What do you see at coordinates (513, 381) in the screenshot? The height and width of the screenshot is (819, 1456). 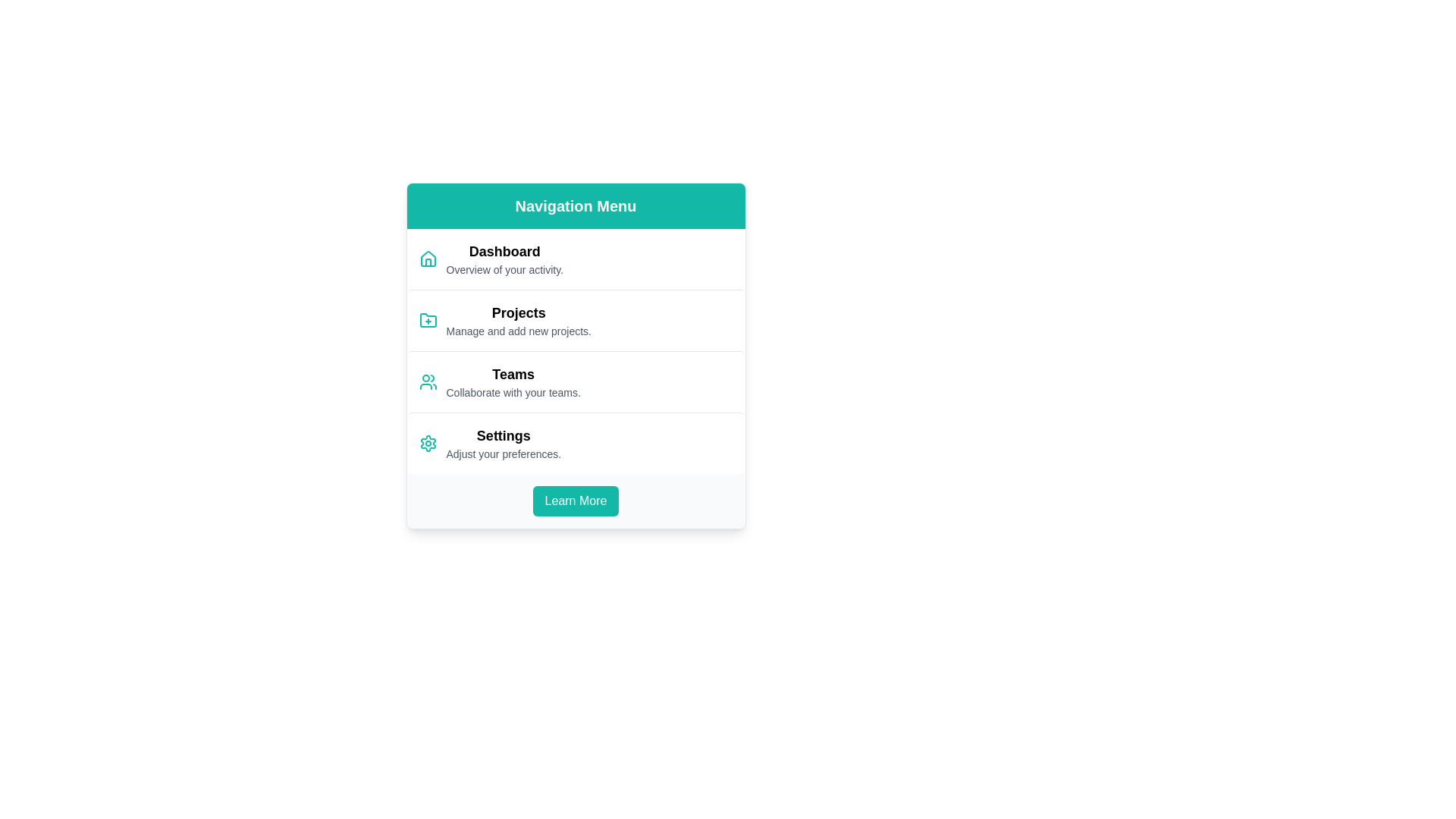 I see `the 'Teams' navigation option in the vertical menu` at bounding box center [513, 381].